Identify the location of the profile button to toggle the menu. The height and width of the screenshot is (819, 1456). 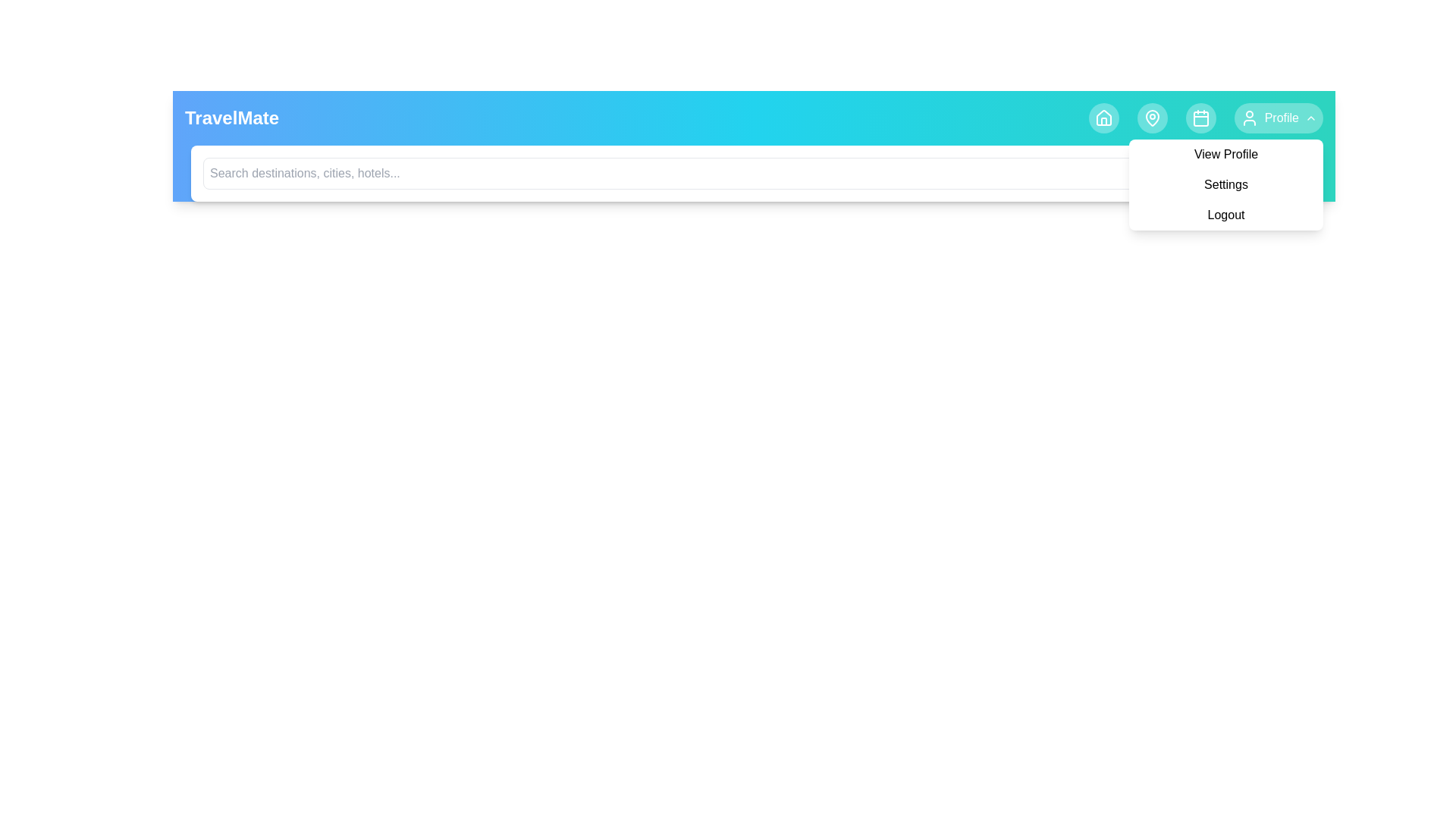
(1277, 117).